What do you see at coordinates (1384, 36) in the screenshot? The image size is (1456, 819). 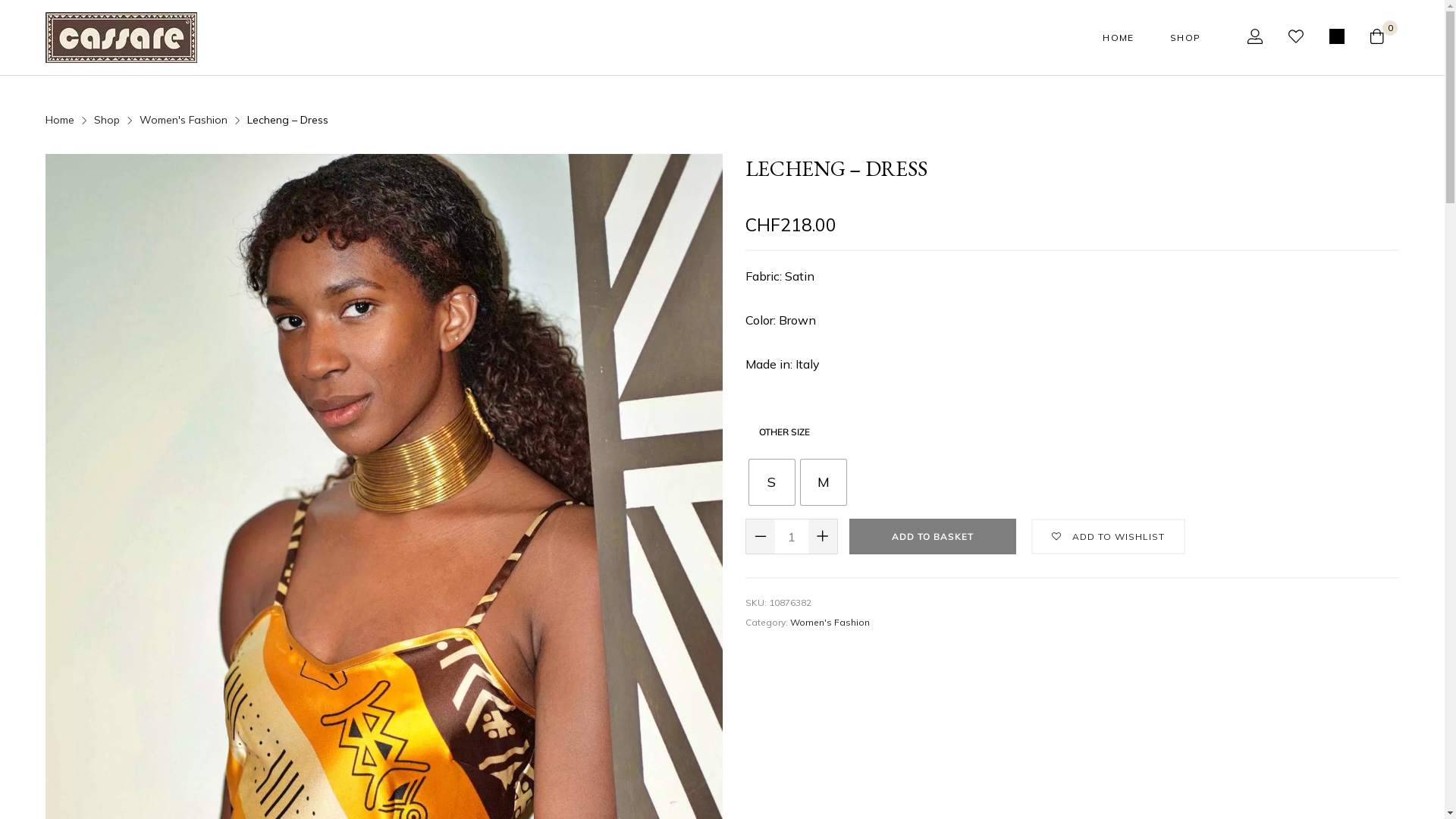 I see `'0'` at bounding box center [1384, 36].